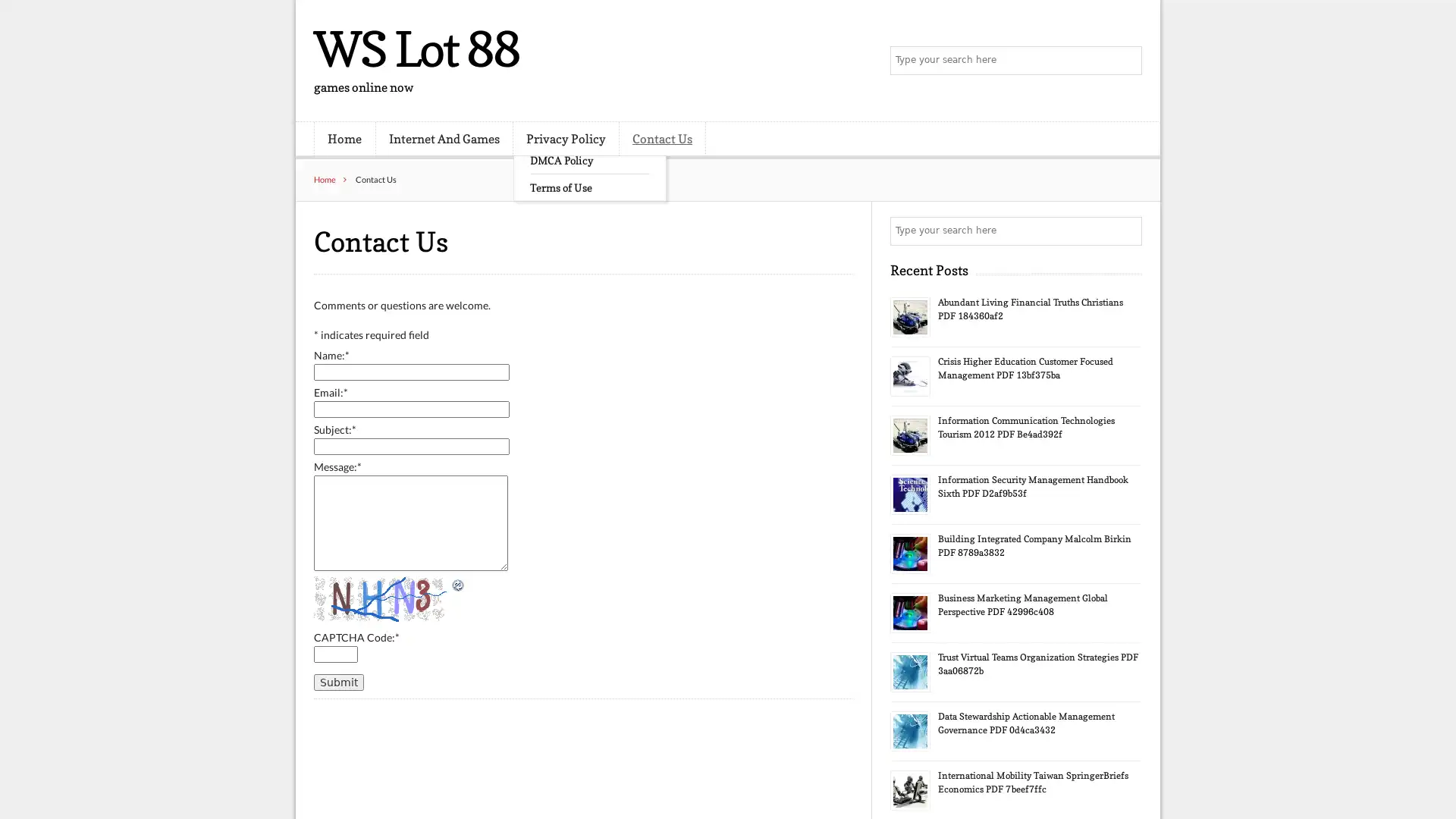 This screenshot has width=1456, height=819. What do you see at coordinates (1126, 61) in the screenshot?
I see `Search` at bounding box center [1126, 61].